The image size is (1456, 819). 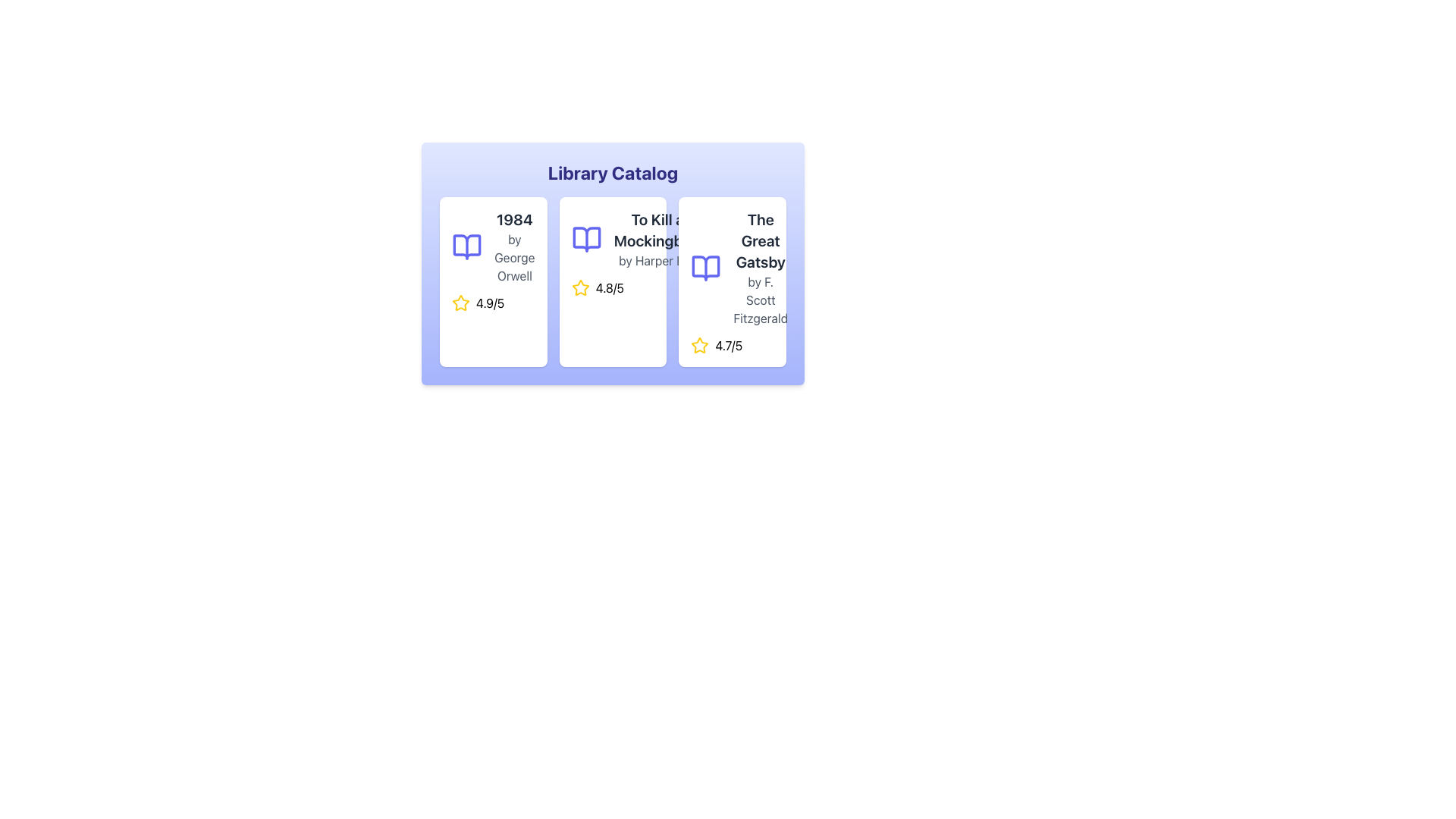 What do you see at coordinates (729, 345) in the screenshot?
I see `the static text displaying the numeric rating of the associated book in the catalog, located in the lower-left corner of the third card, adjacent to the yellow star icon` at bounding box center [729, 345].